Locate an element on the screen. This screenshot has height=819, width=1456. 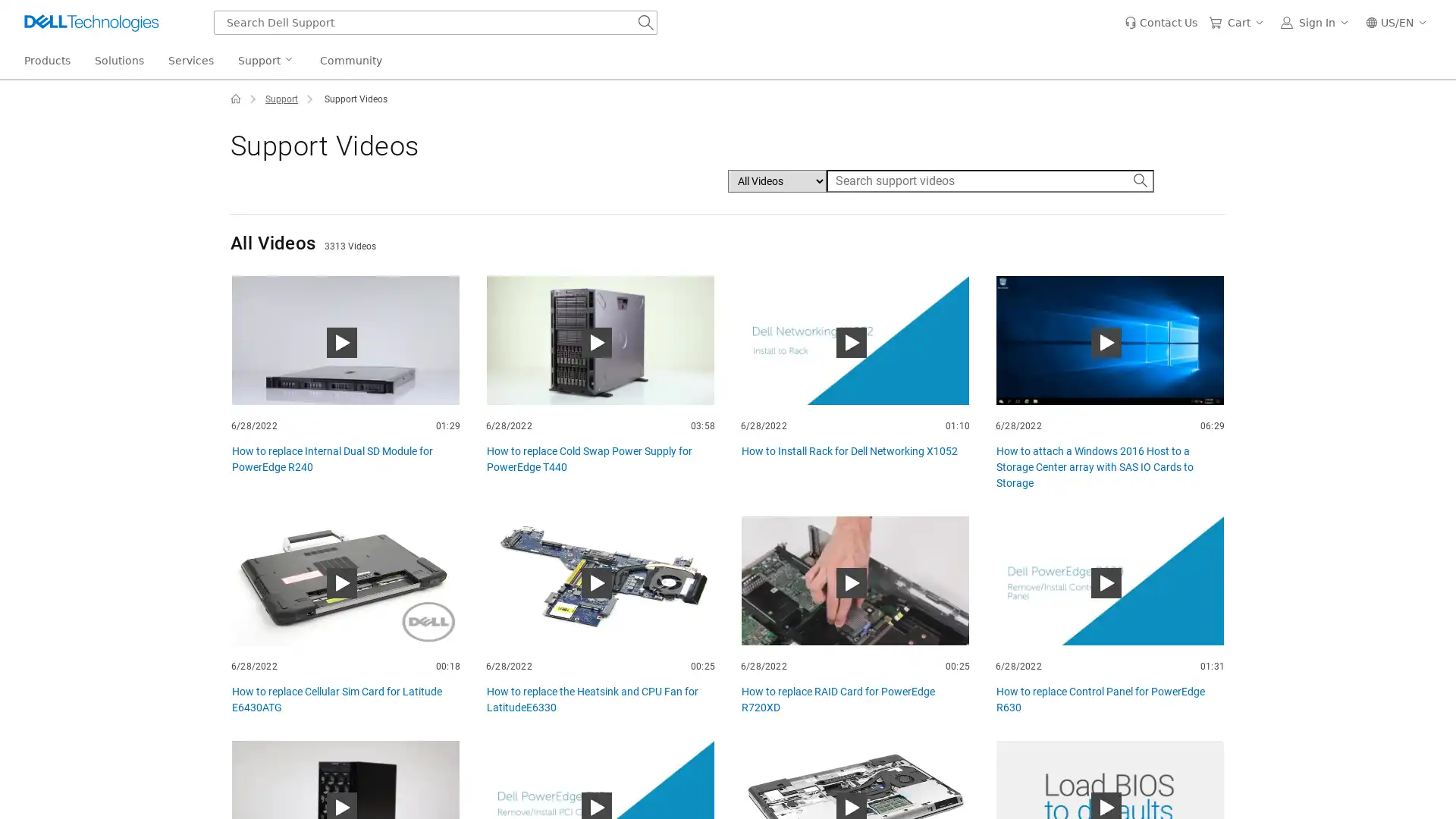
How to replace RAID Card for PowerEdge R720XD is located at coordinates (855, 699).